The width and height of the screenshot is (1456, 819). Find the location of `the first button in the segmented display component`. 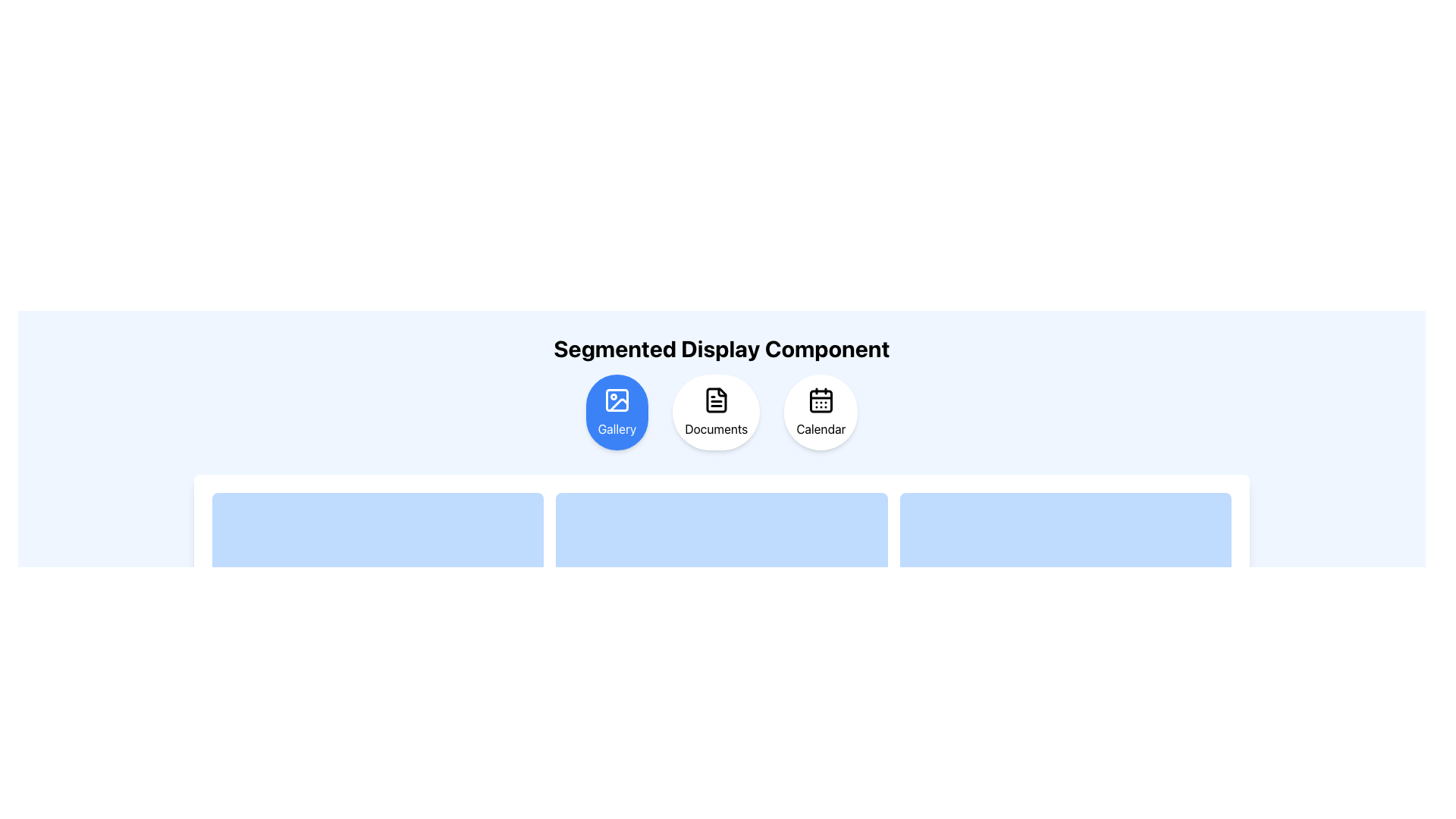

the first button in the segmented display component is located at coordinates (617, 412).